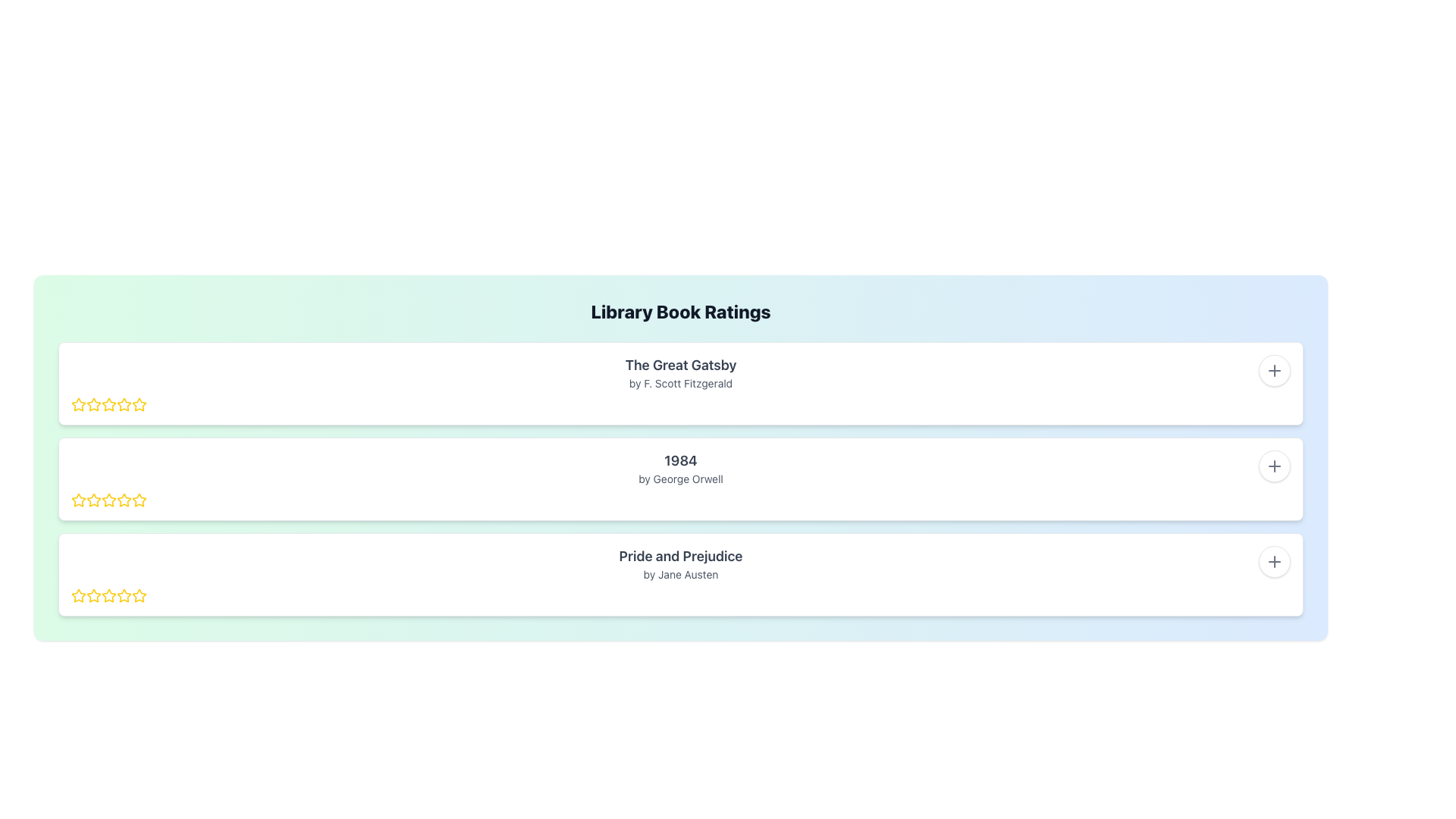 The width and height of the screenshot is (1456, 819). I want to click on the fourth star in the star rating row for the book 'Pride and Prejudice', so click(139, 595).